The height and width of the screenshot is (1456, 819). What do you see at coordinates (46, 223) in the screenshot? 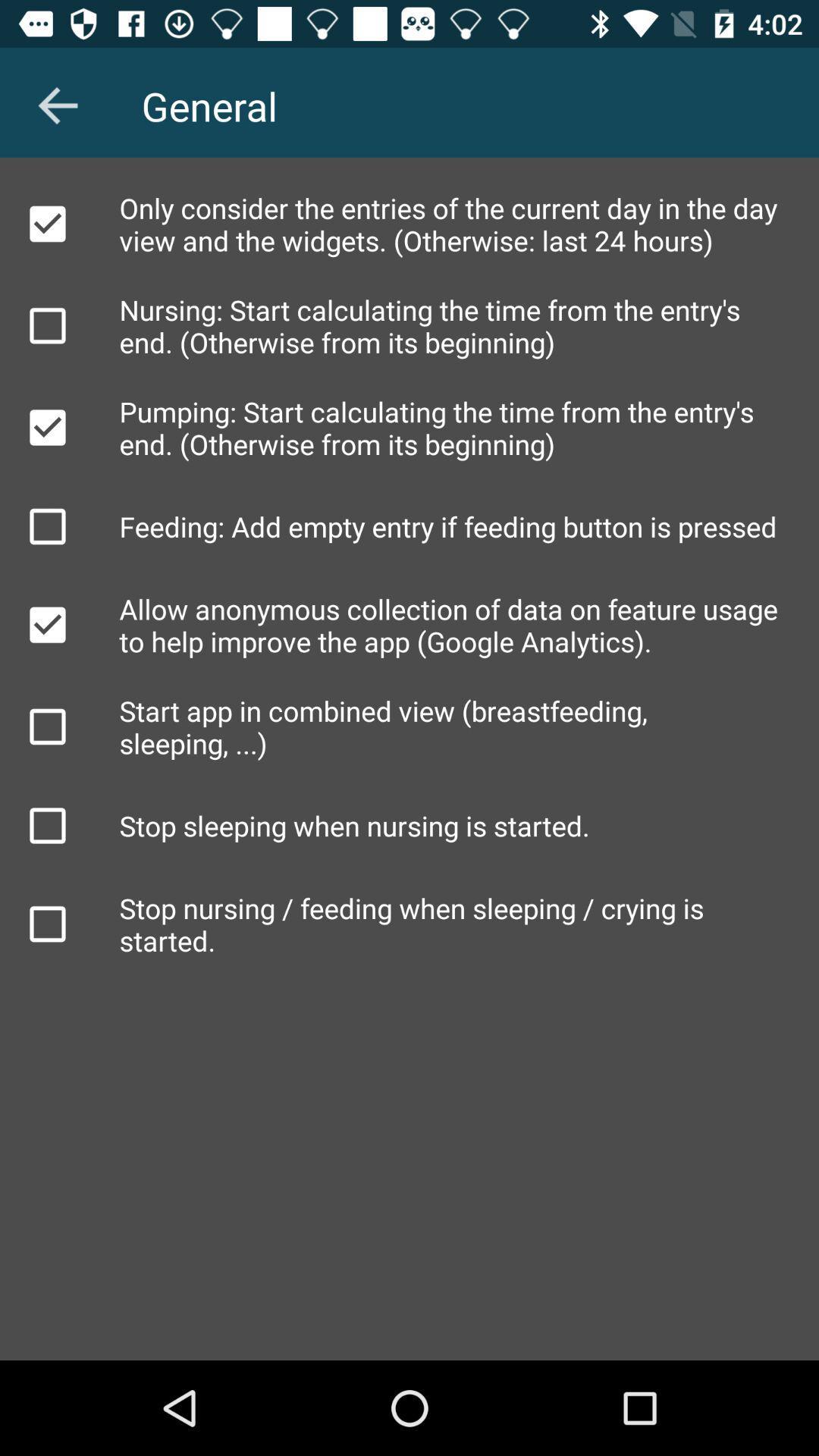
I see `box` at bounding box center [46, 223].